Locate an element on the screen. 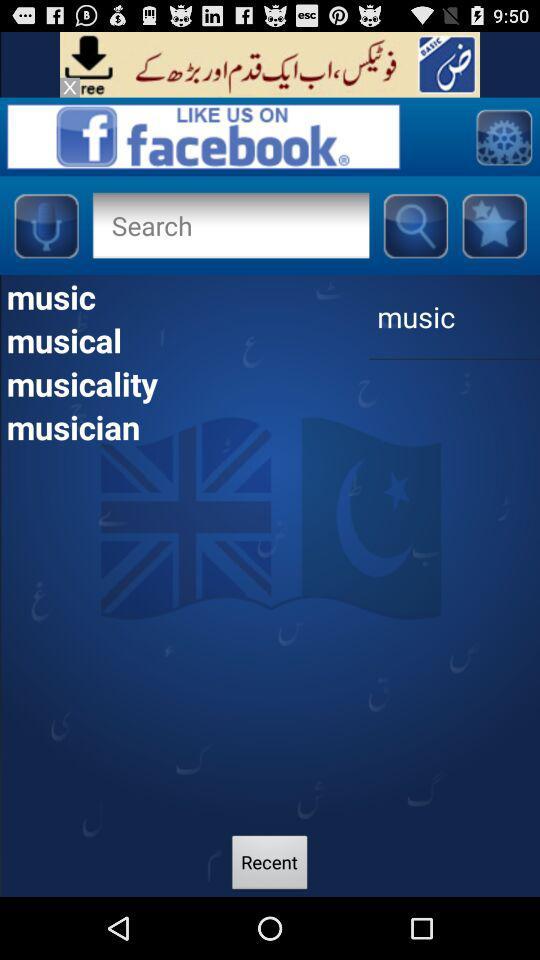  page is located at coordinates (493, 225).